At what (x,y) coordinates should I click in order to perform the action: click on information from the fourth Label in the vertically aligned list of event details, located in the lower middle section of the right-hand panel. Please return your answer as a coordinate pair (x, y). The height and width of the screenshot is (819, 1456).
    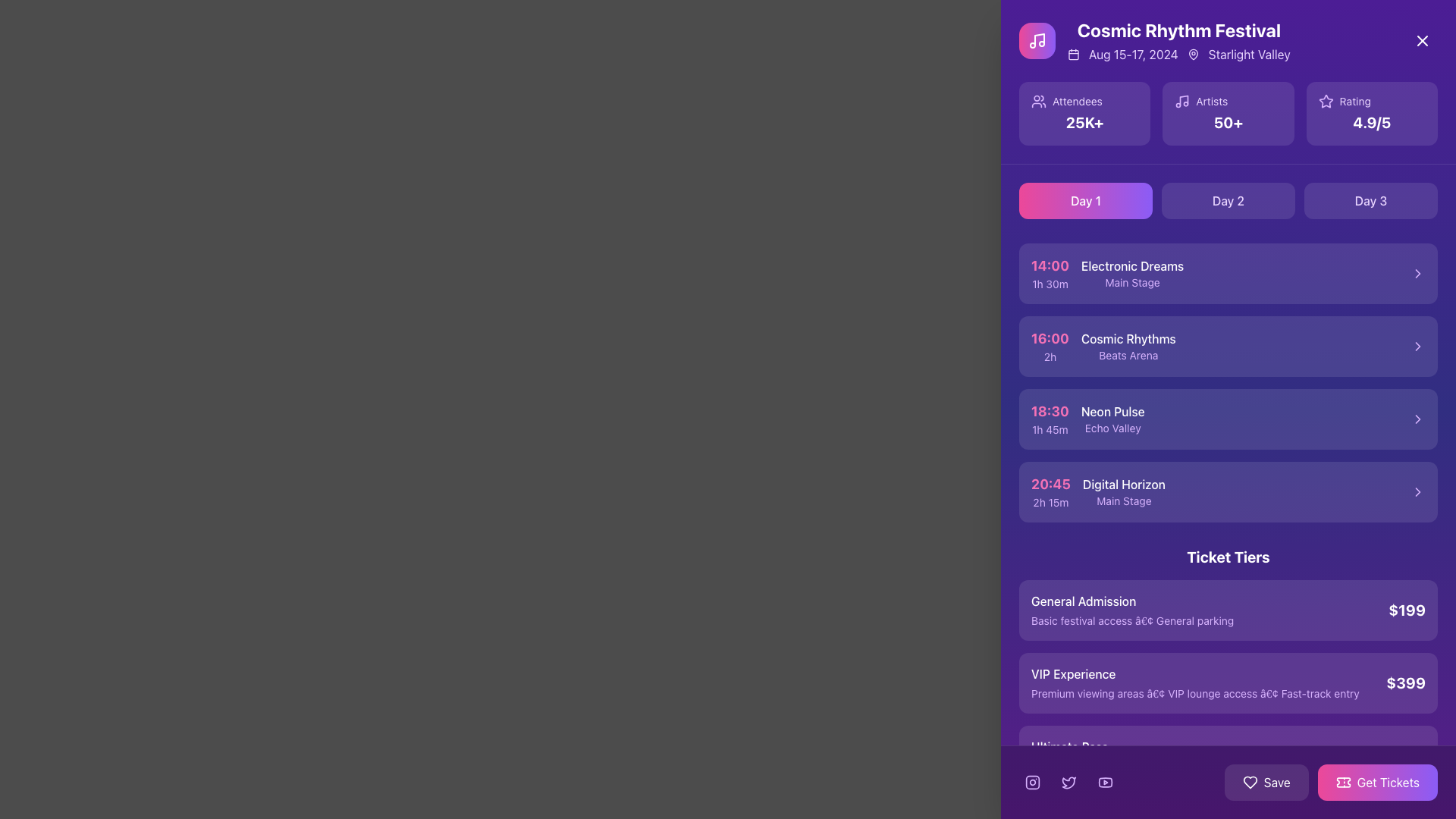
    Looking at the image, I should click on (1098, 491).